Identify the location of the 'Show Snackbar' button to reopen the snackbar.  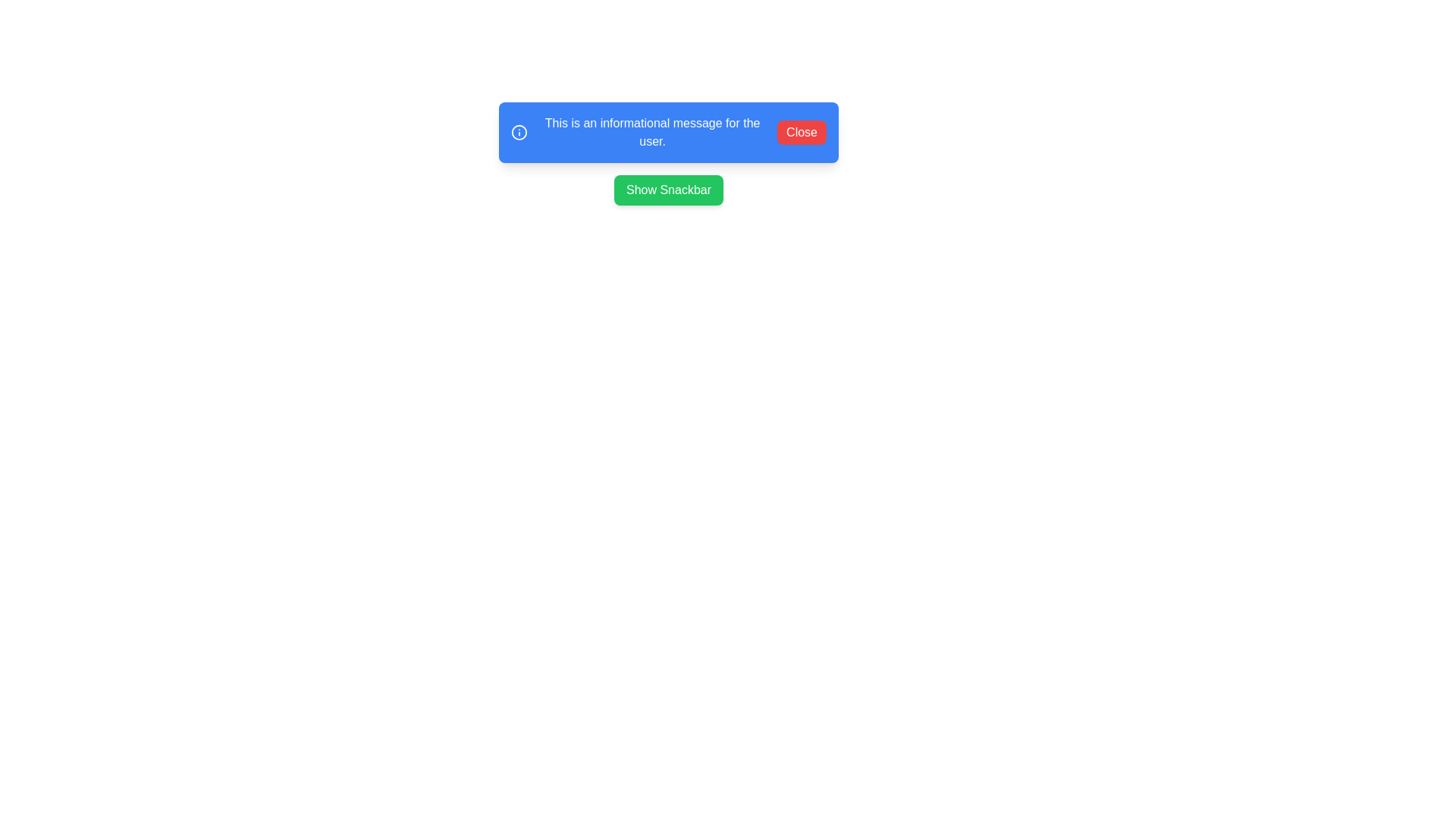
(668, 189).